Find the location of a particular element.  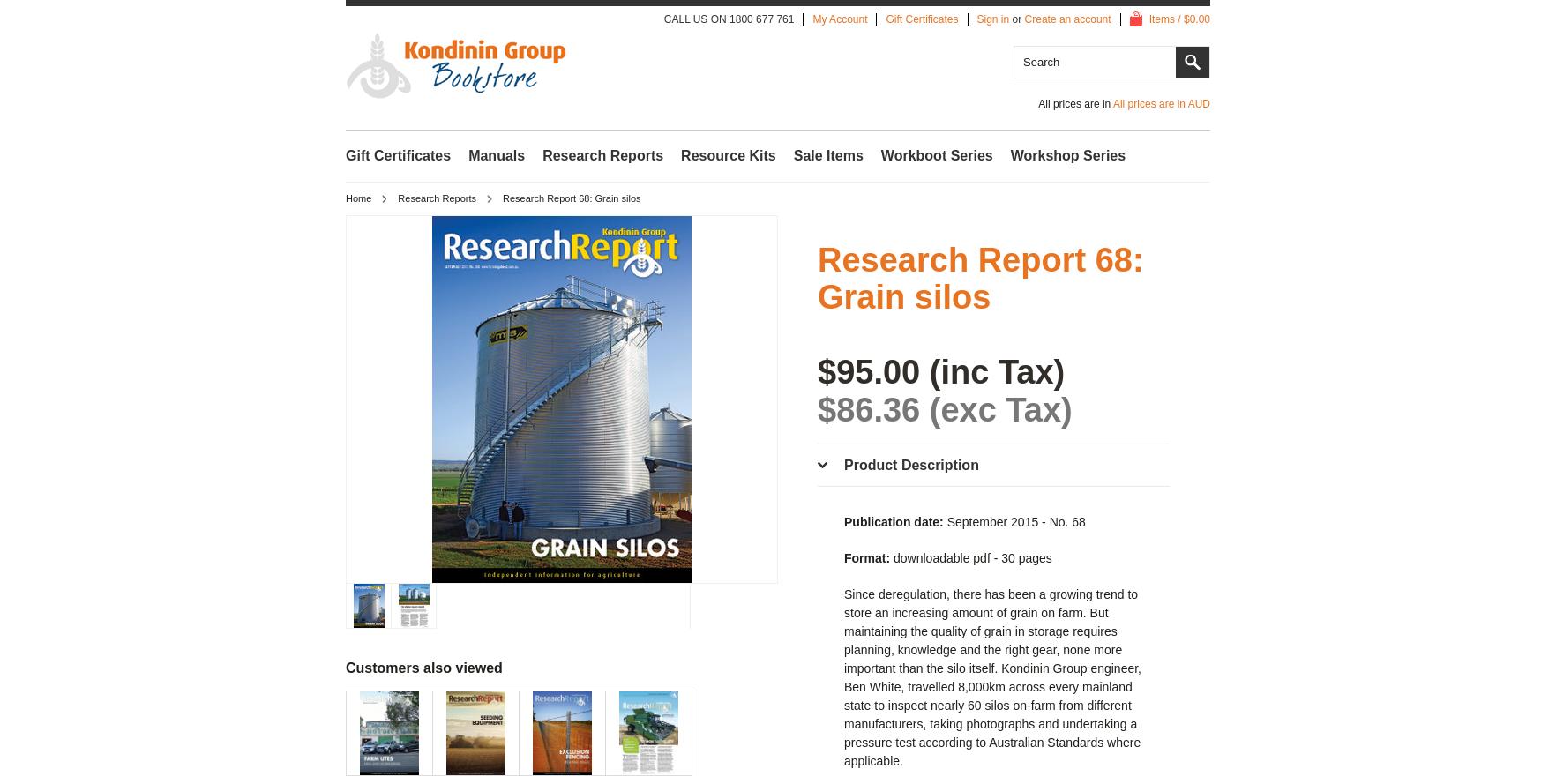

'AUD' is located at coordinates (1186, 102).